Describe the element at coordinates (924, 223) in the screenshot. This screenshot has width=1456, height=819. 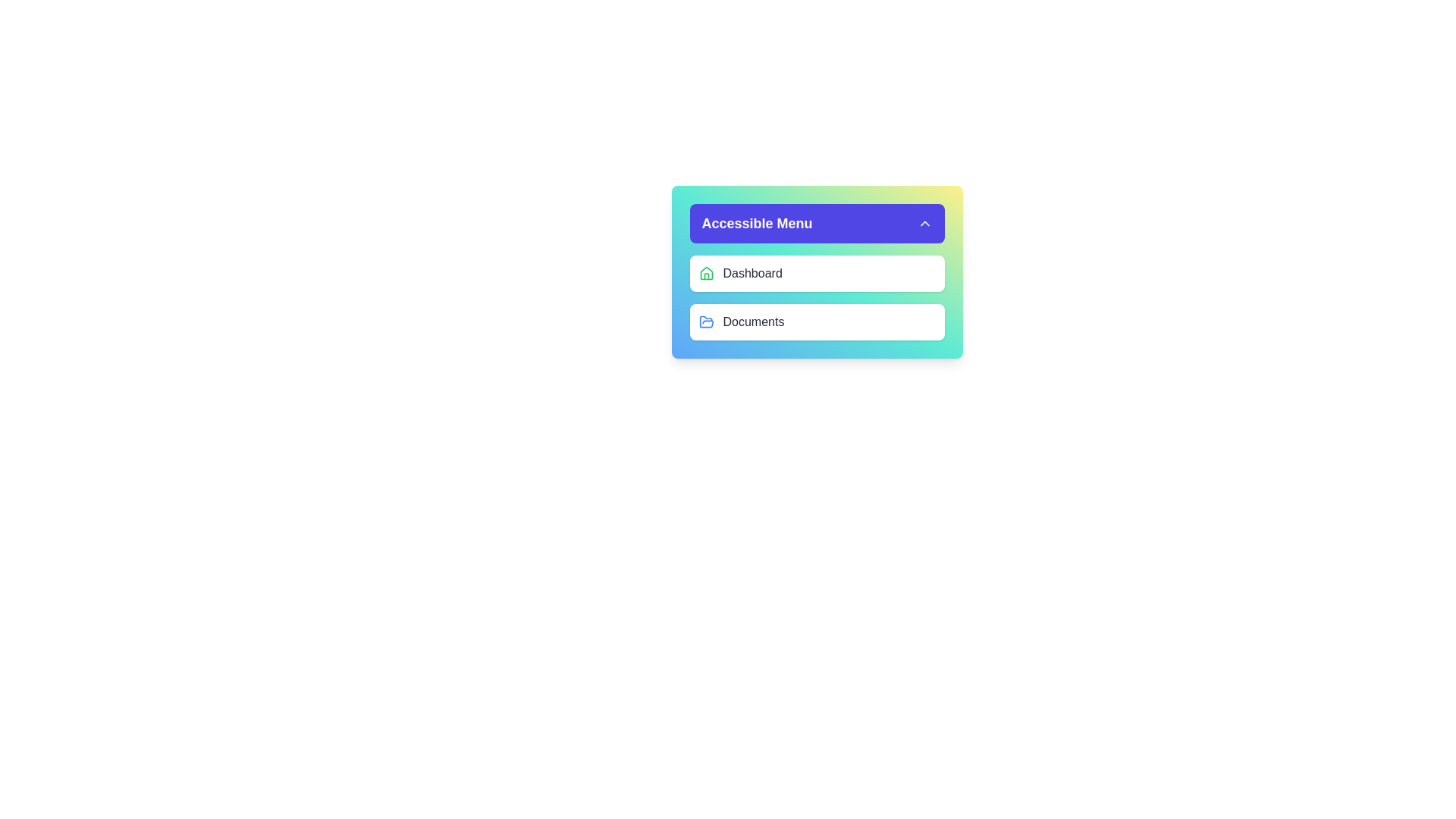
I see `the toggle Icon button located at the far-right of the header area with a blue background, which is associated with the 'Accessible Menu' header` at that location.